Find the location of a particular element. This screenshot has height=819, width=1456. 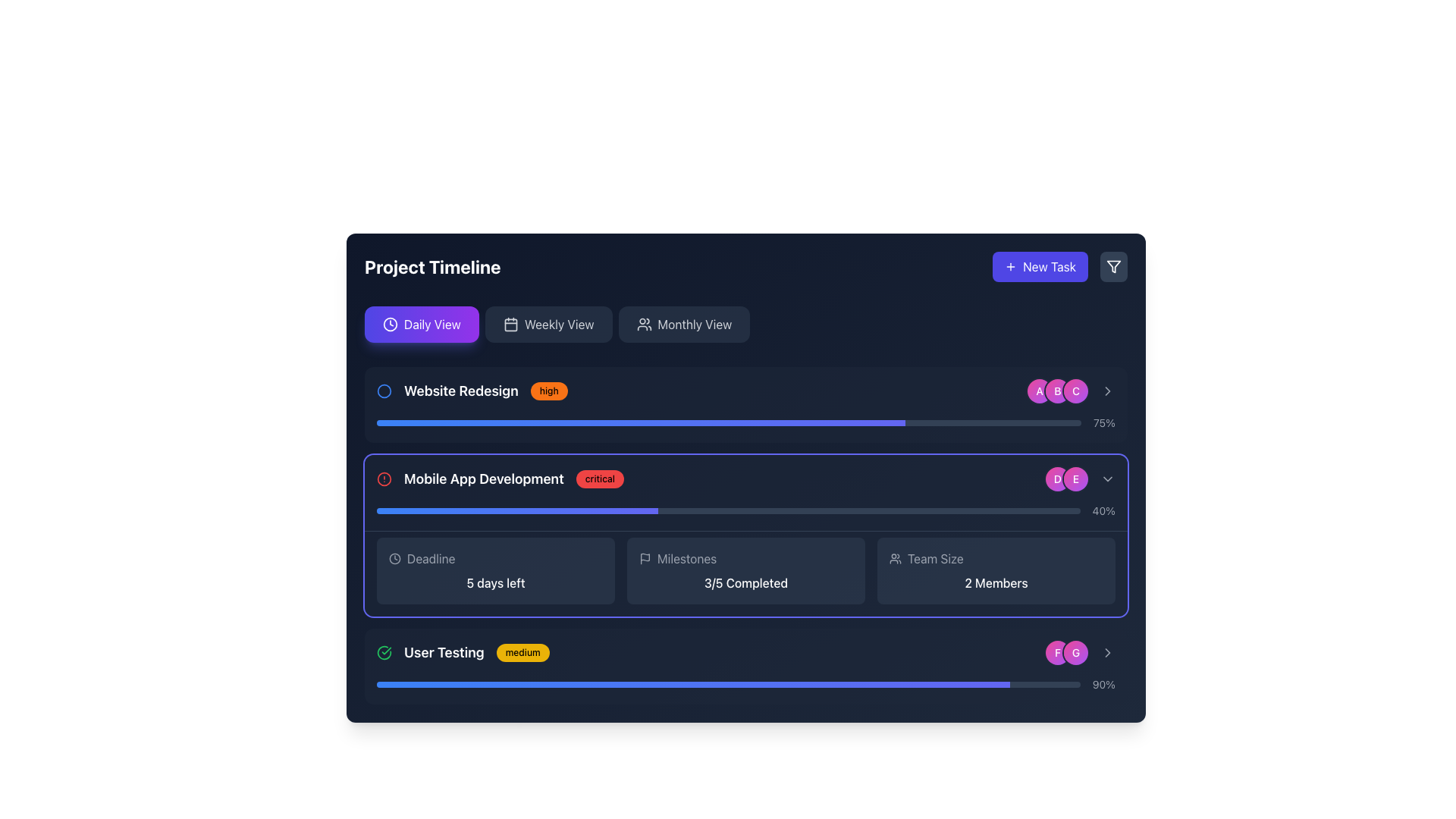

the visual details of the status icon located at the left-most position in the 'User Testing' task group, labeled 'medium', situated in the bottom section of the interface is located at coordinates (384, 651).